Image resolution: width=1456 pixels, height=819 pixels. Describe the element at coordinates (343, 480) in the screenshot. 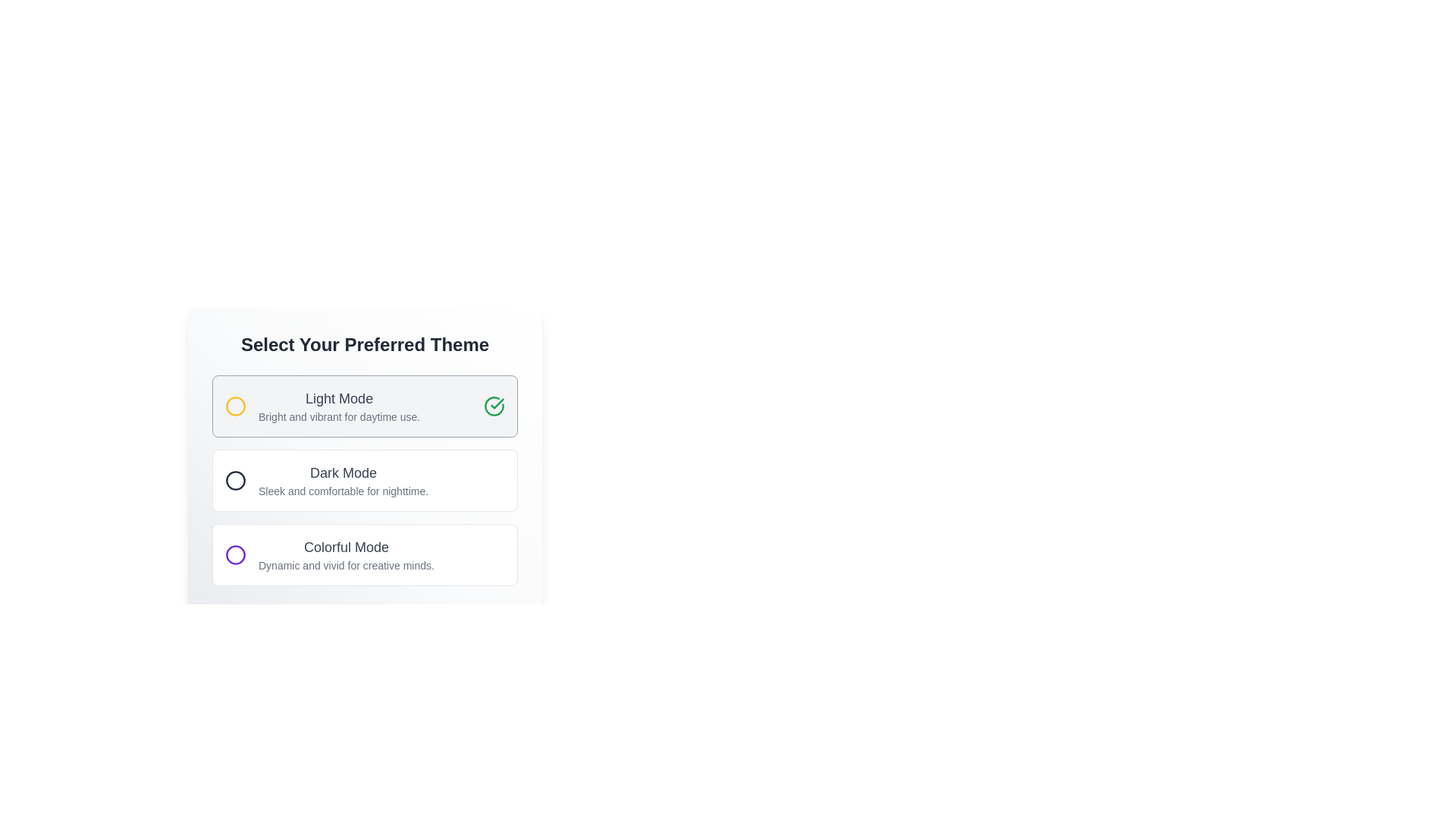

I see `descriptive label for the 'Dark Mode' theme option, which is the second option in the list of selectable themes, located horizontally aligned with a radio button to its left` at that location.